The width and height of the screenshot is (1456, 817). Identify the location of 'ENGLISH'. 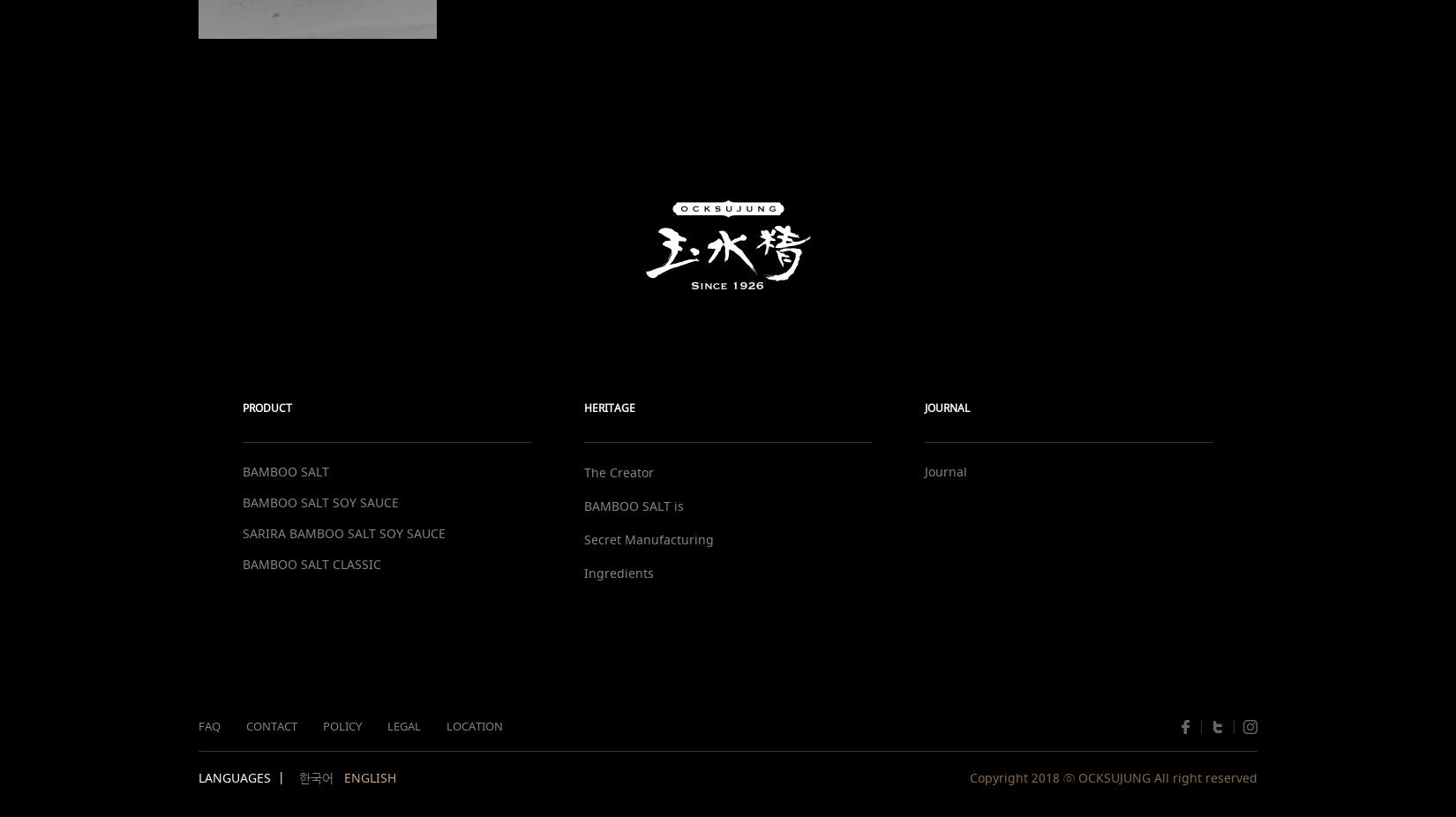
(369, 777).